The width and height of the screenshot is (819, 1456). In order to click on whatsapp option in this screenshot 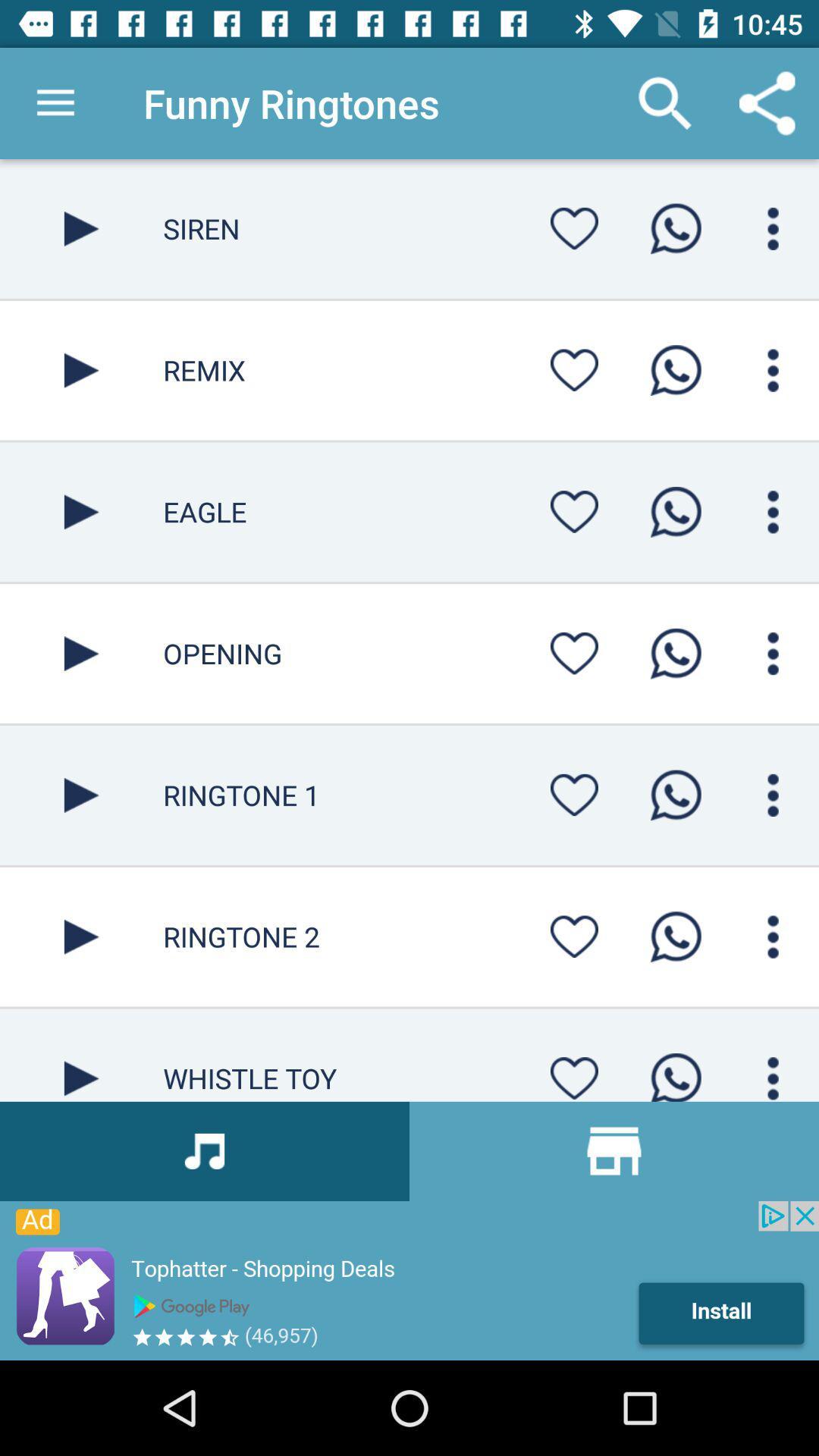, I will do `click(675, 654)`.